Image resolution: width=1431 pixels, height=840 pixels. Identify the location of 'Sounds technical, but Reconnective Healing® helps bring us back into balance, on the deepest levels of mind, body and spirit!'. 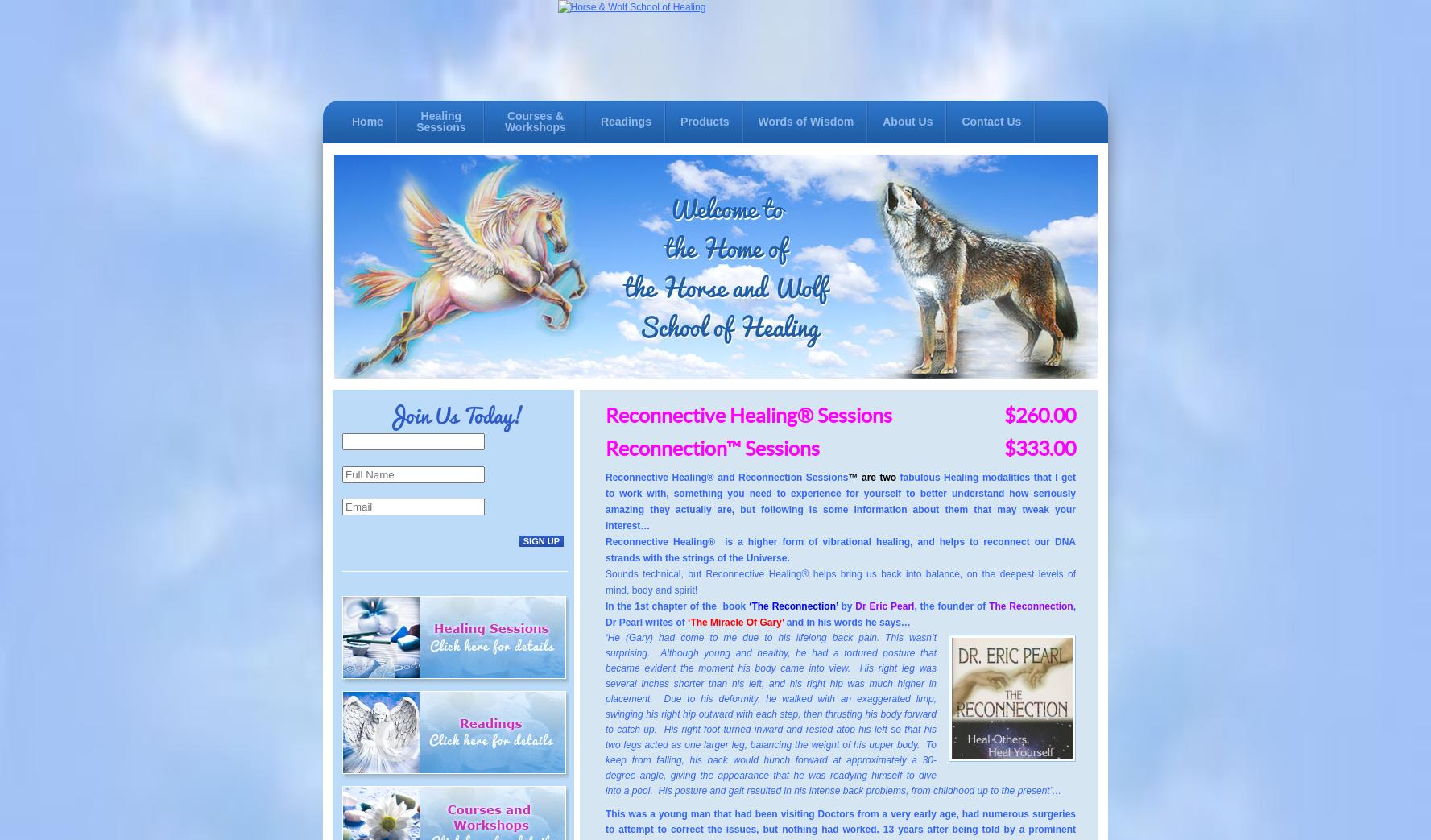
(605, 582).